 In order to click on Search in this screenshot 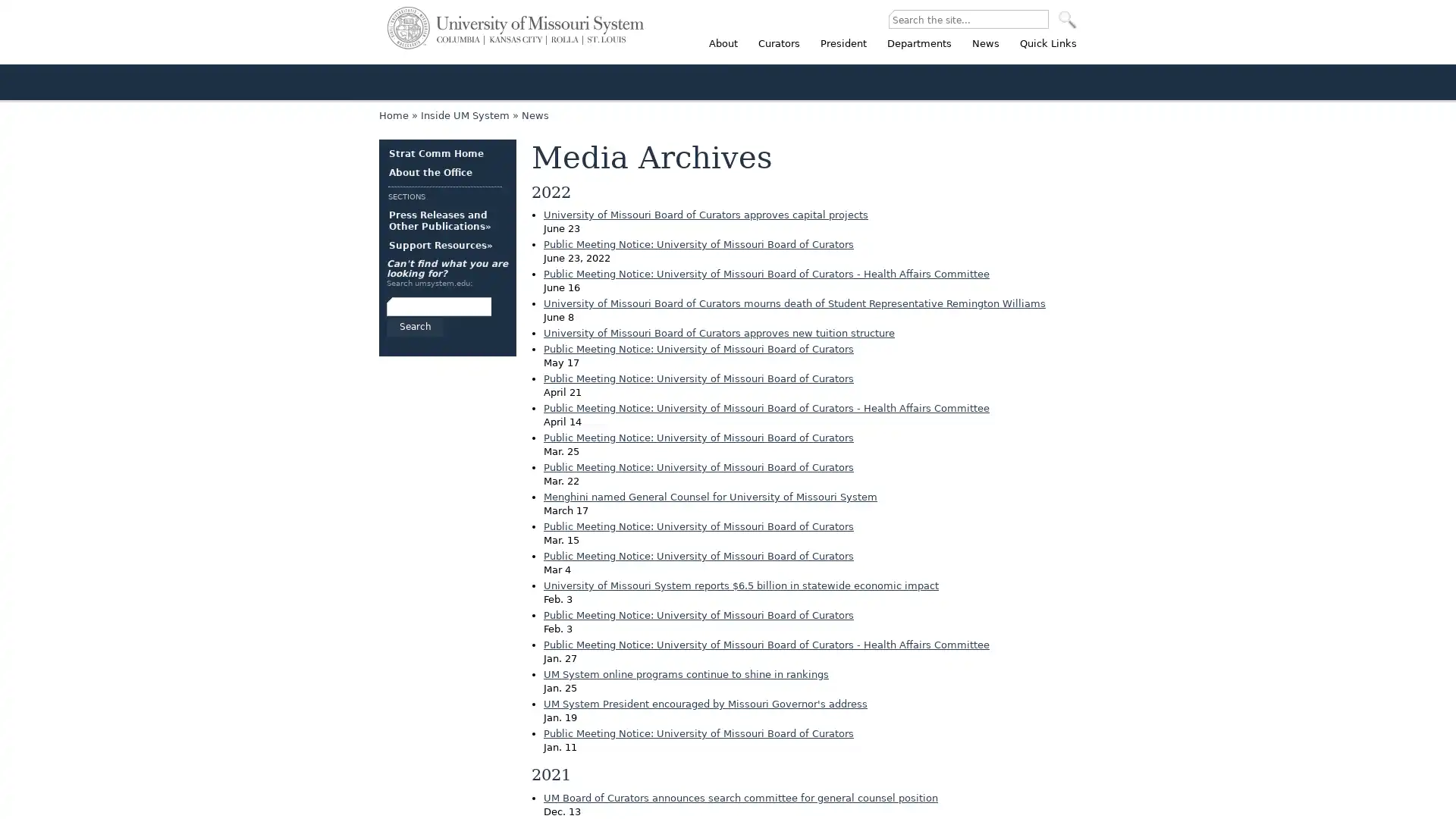, I will do `click(415, 325)`.